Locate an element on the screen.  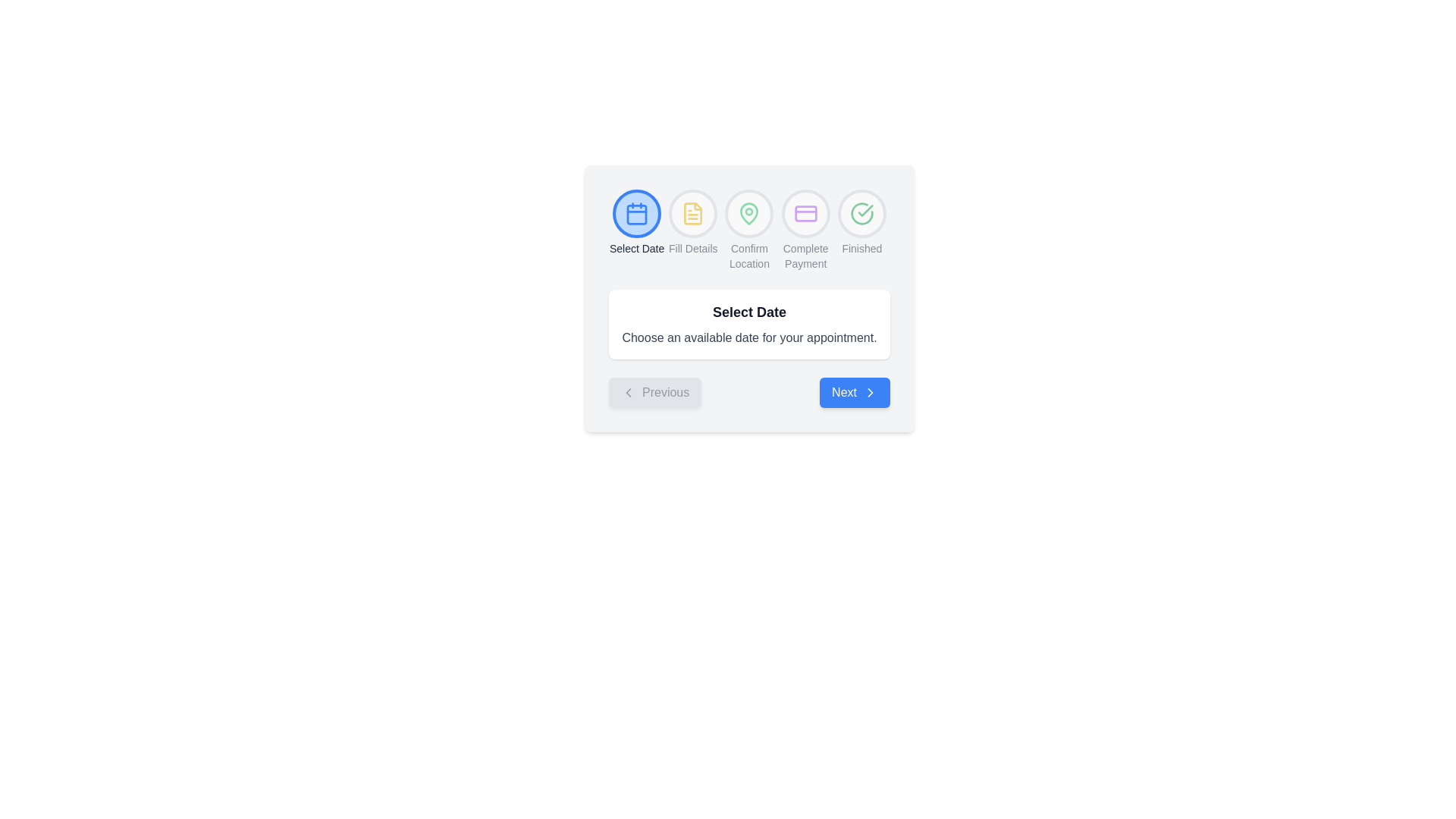
the credit card icon labeled 'Complete Payment', which is depicted as a rectangular shape with rounded corners and a bold purple outline, located fourth from the left in the horizontal group of icons is located at coordinates (805, 213).